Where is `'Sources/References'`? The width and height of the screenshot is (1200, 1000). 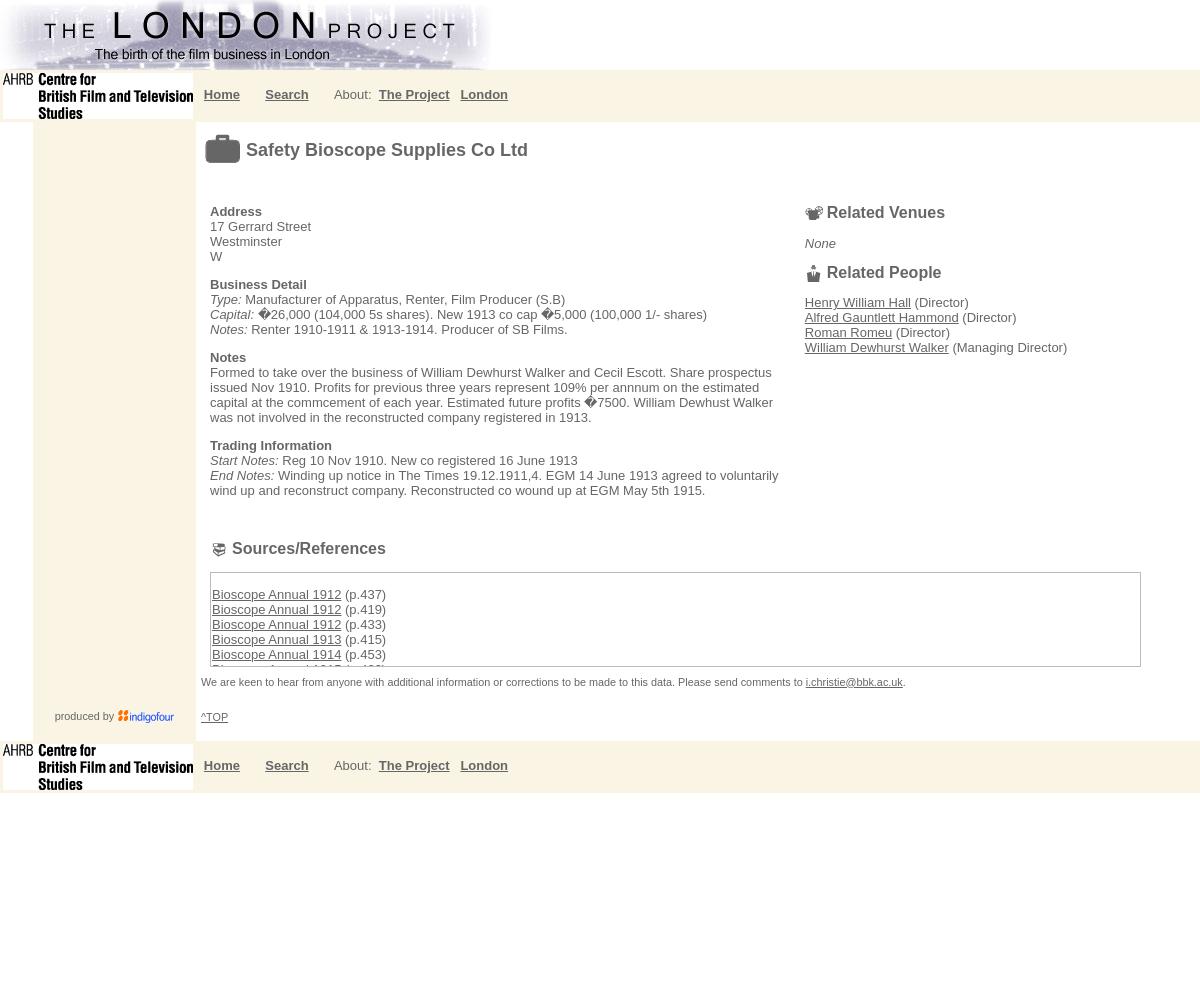
'Sources/References' is located at coordinates (308, 548).